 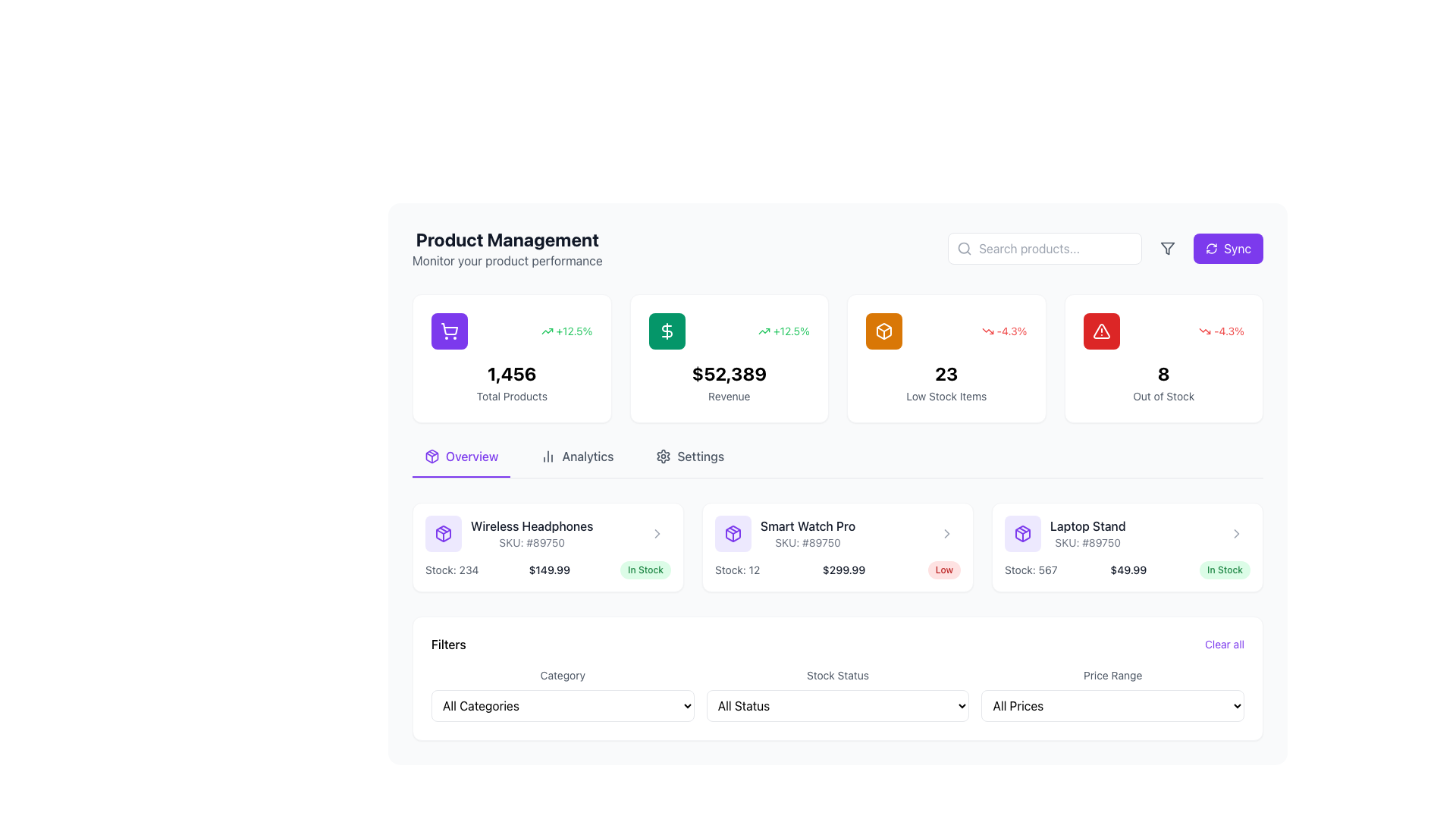 What do you see at coordinates (836, 533) in the screenshot?
I see `the Text label with an icon that describes the product, located between 'Wireless Headphones' and 'Laptop Stand', positioned in the second row below the overview statistics` at bounding box center [836, 533].